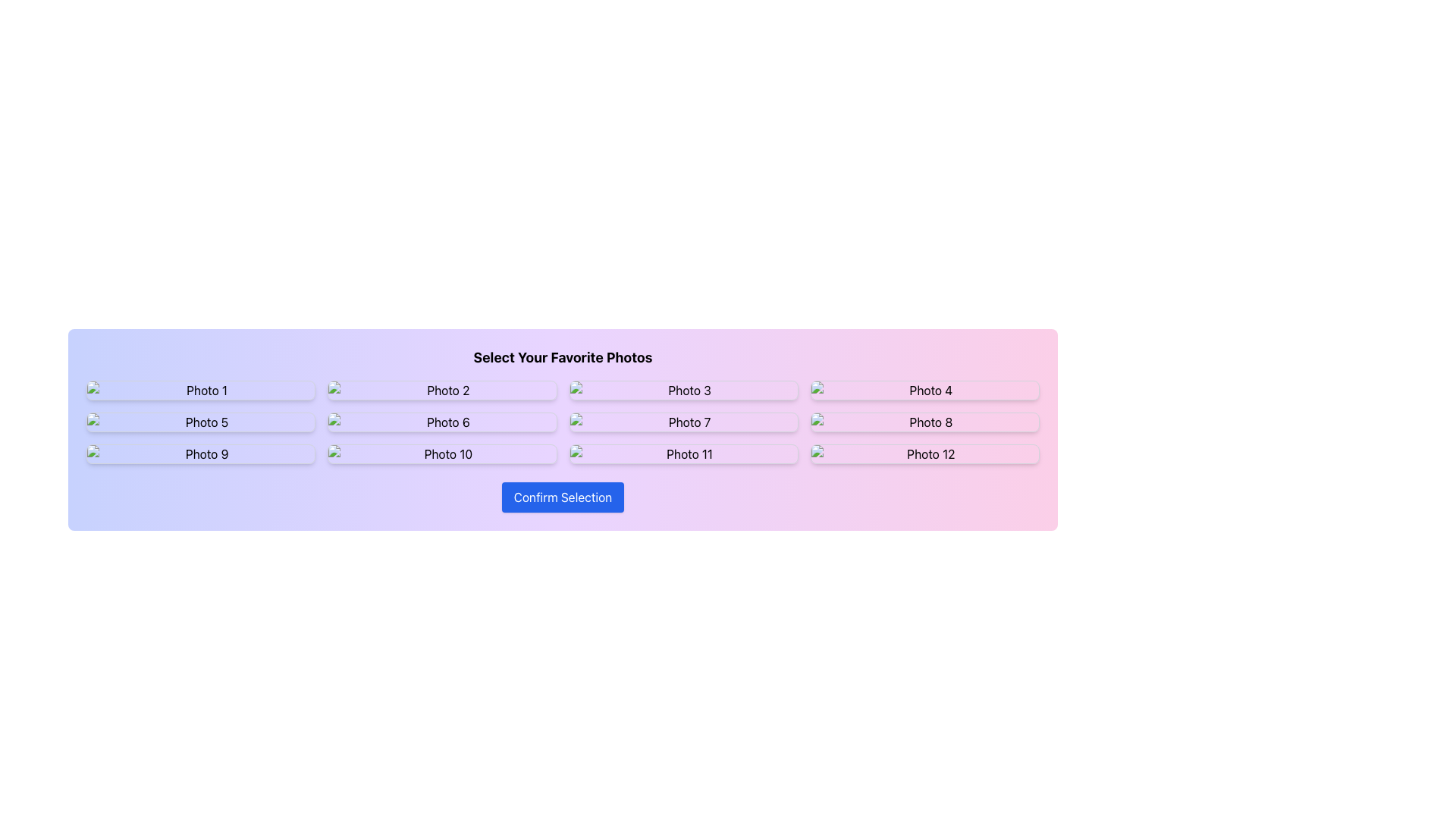  Describe the element at coordinates (200, 390) in the screenshot. I see `the image displaying 'Photo 1'` at that location.